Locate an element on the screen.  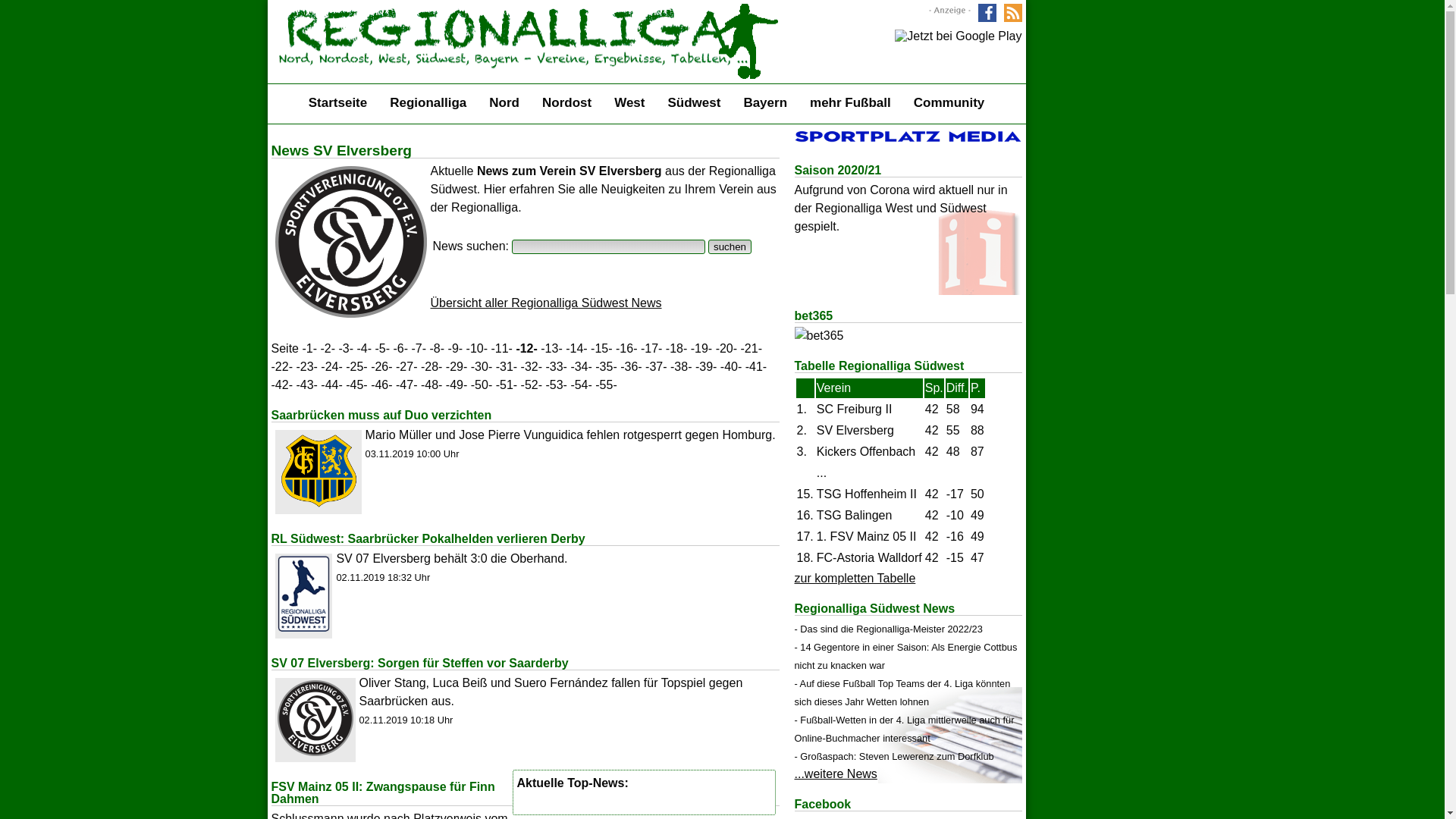
'-8-' is located at coordinates (436, 348).